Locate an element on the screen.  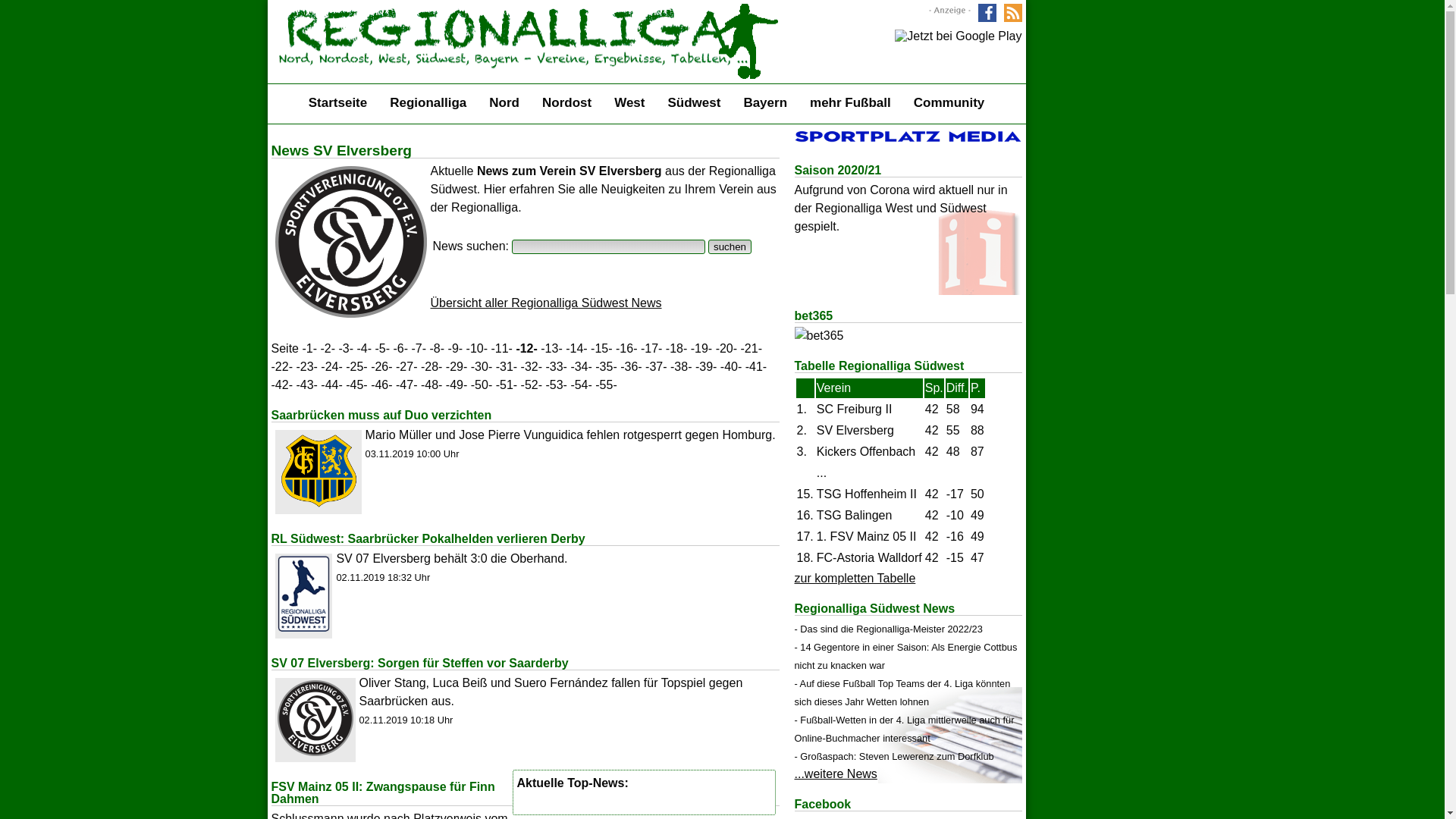
'-8-' is located at coordinates (436, 348).